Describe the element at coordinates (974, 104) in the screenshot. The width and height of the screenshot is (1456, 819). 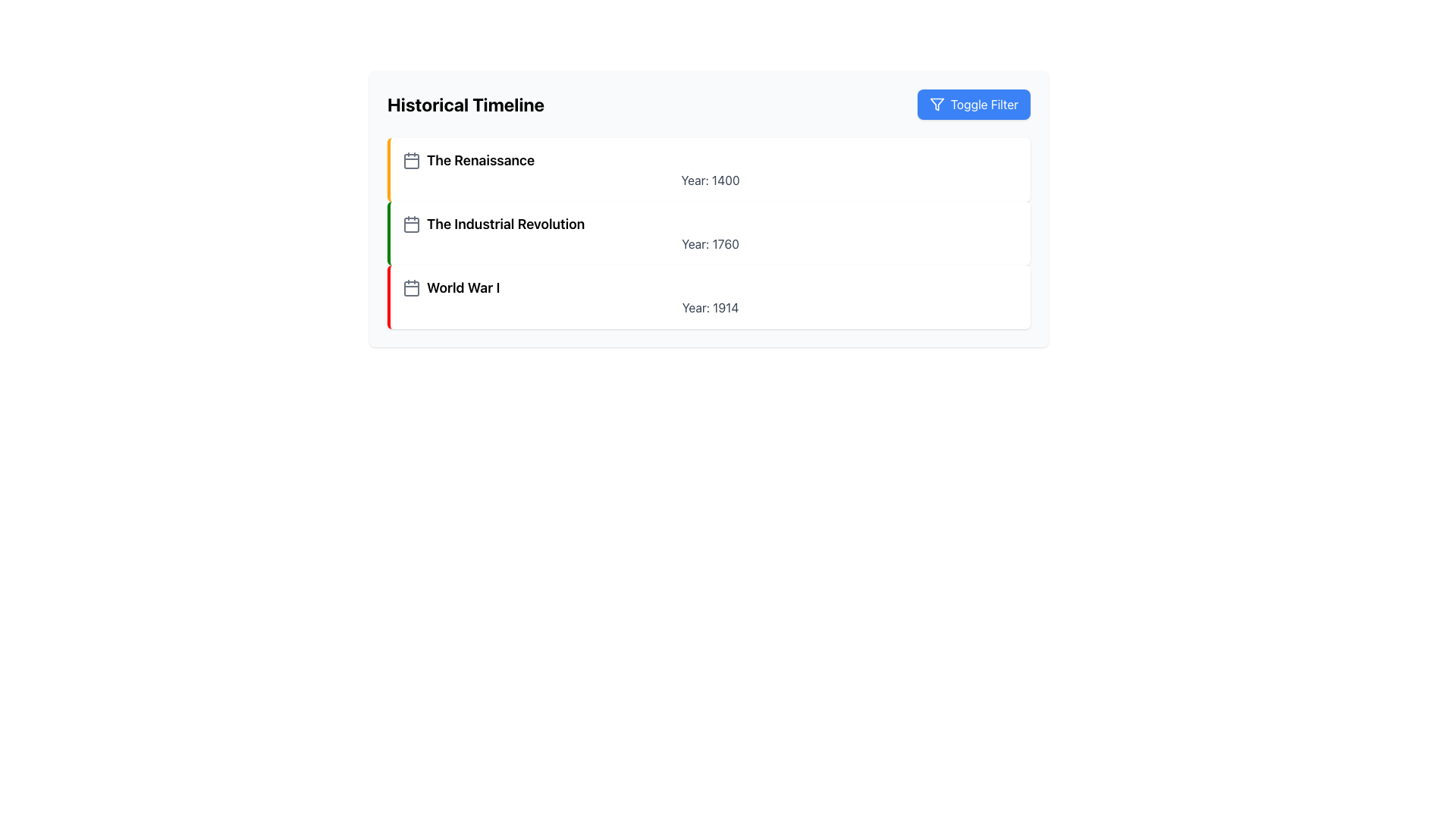
I see `the toggle button for filters located at the top right corner of the interface, adjacent to the 'Historical Timeline' heading, for keyboard interactions` at that location.